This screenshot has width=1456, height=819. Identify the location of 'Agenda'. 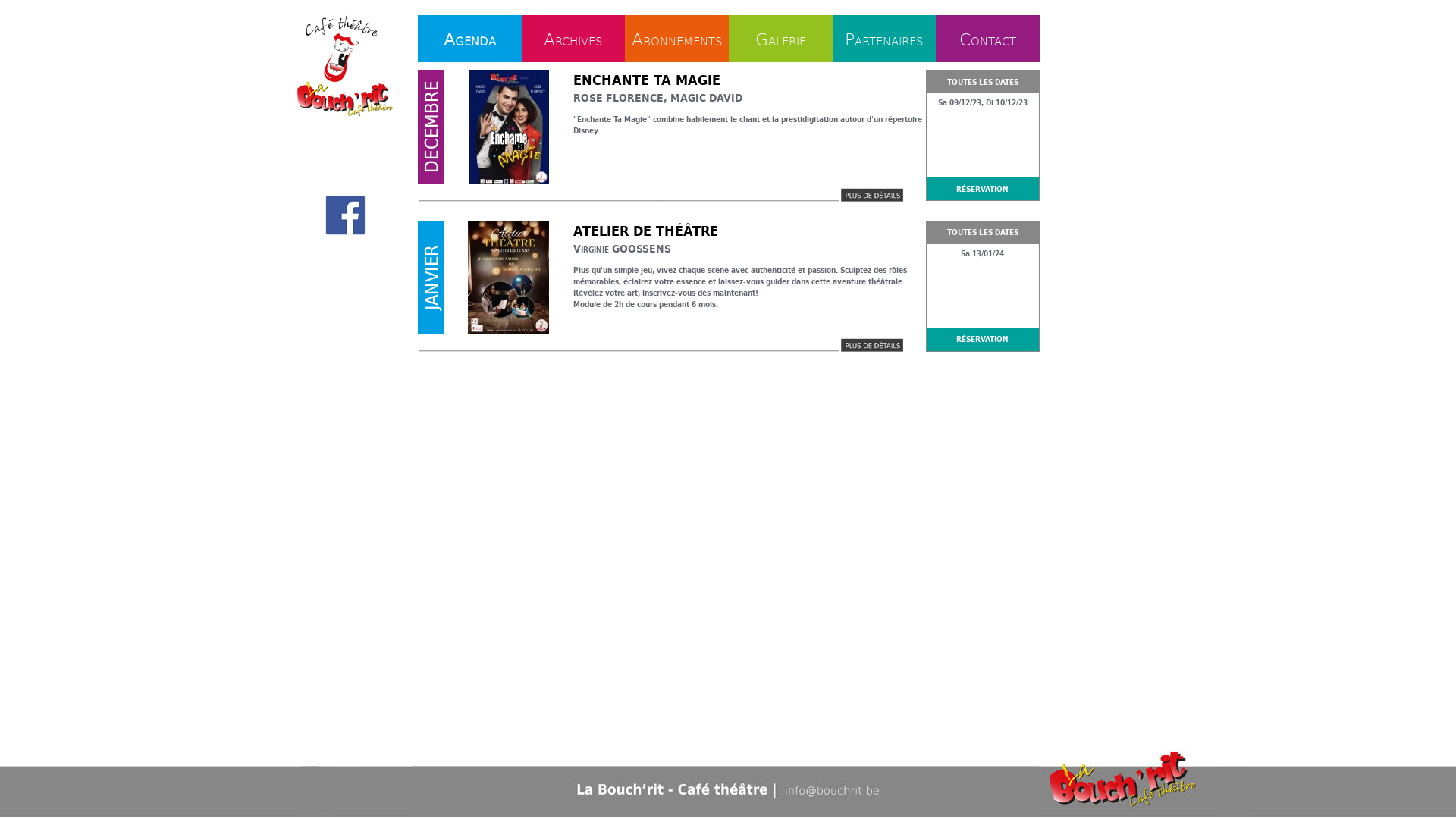
(469, 37).